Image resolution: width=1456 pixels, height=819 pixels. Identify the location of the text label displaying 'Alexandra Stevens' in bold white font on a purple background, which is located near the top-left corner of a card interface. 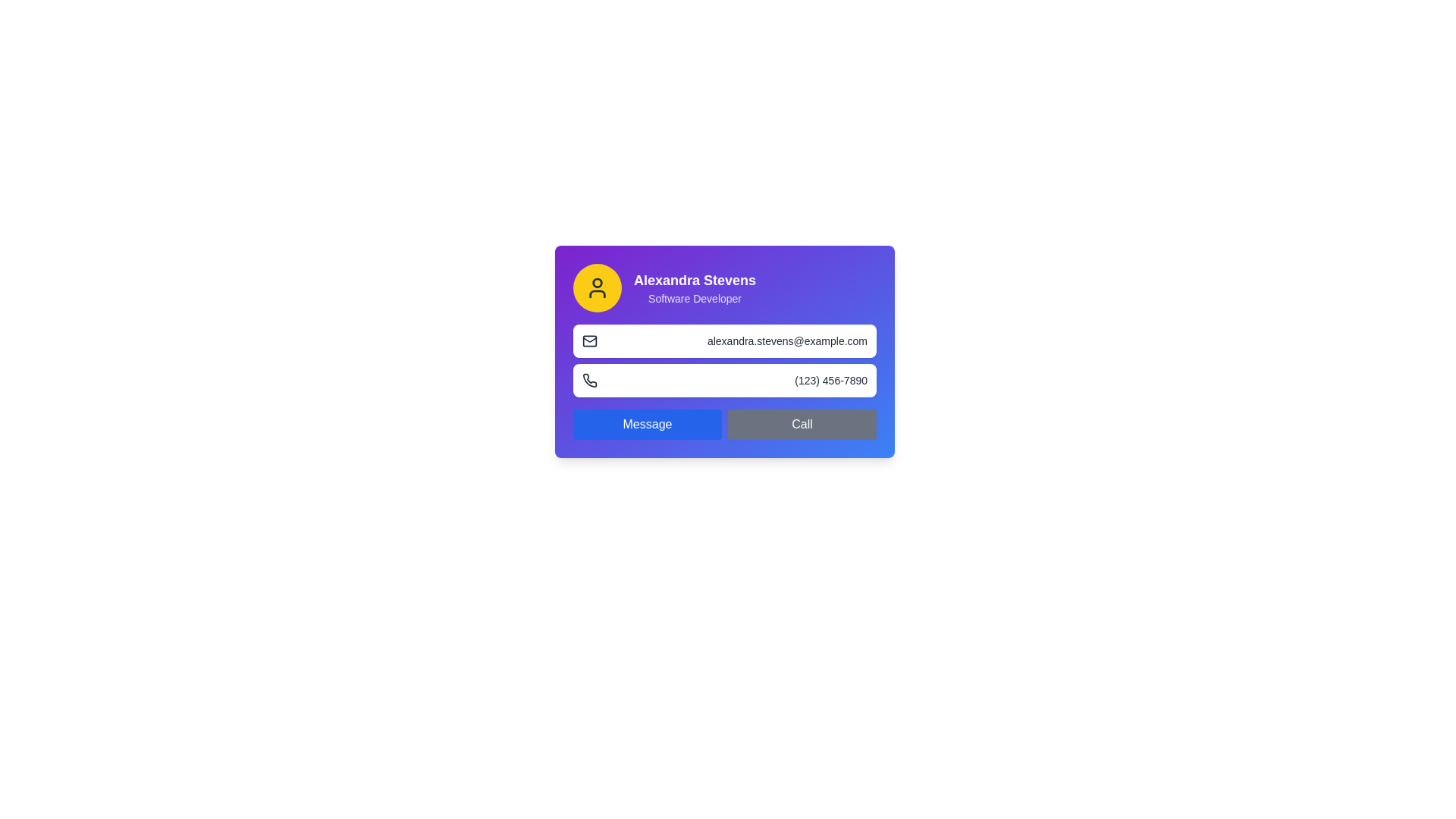
(694, 281).